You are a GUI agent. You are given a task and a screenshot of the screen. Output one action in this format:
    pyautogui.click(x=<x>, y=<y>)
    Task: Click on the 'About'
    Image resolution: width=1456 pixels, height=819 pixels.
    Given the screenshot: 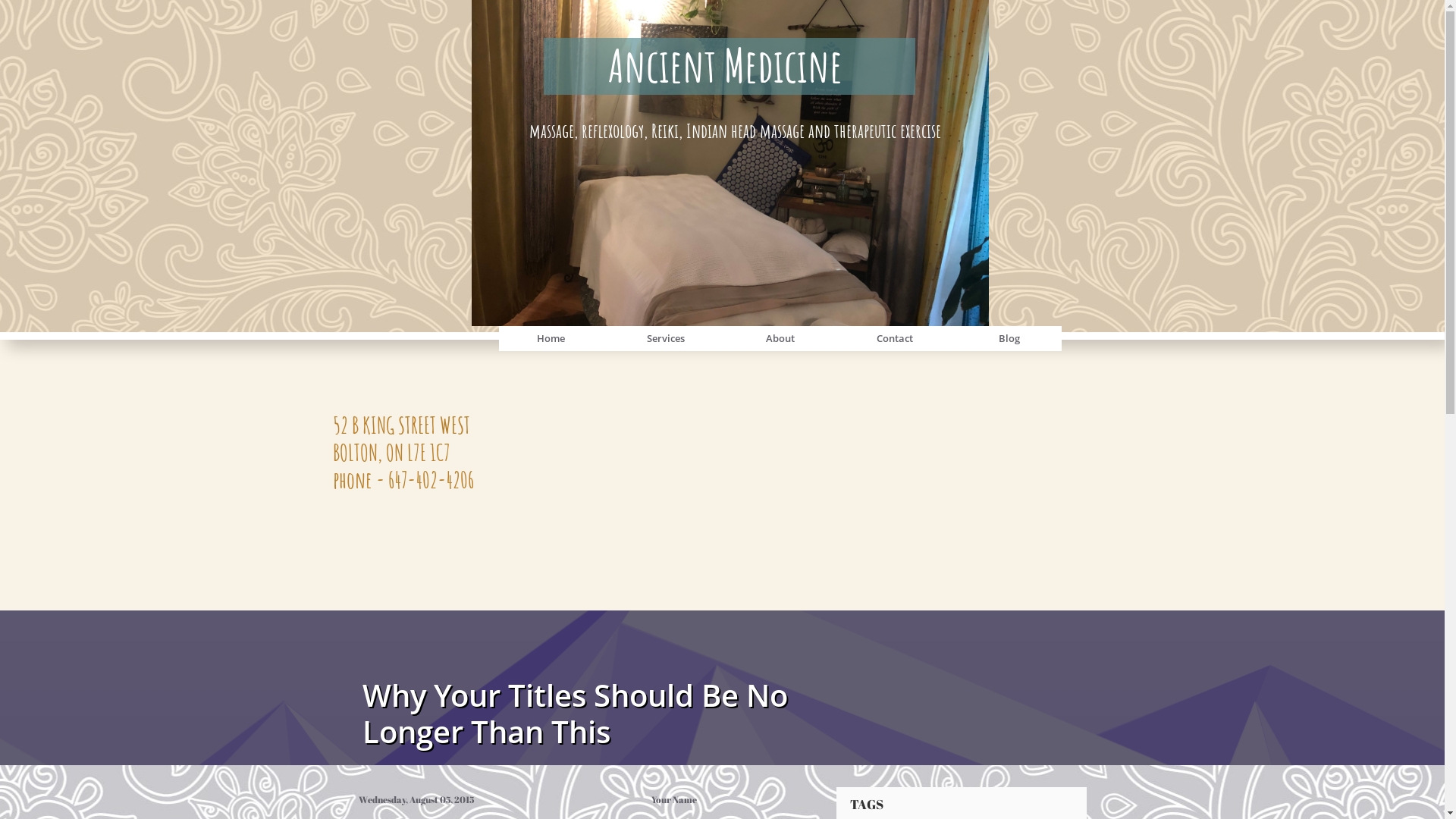 What is the action you would take?
    pyautogui.click(x=780, y=337)
    